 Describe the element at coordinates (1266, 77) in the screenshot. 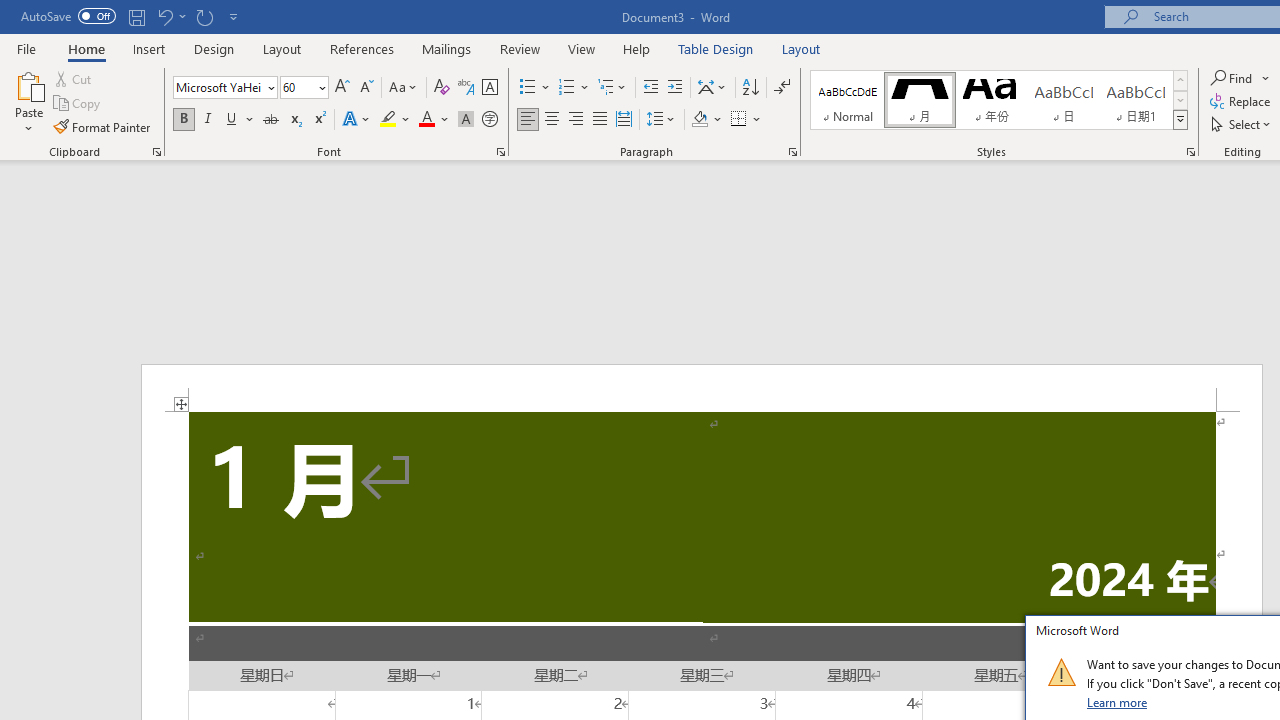

I see `'More Options'` at that location.